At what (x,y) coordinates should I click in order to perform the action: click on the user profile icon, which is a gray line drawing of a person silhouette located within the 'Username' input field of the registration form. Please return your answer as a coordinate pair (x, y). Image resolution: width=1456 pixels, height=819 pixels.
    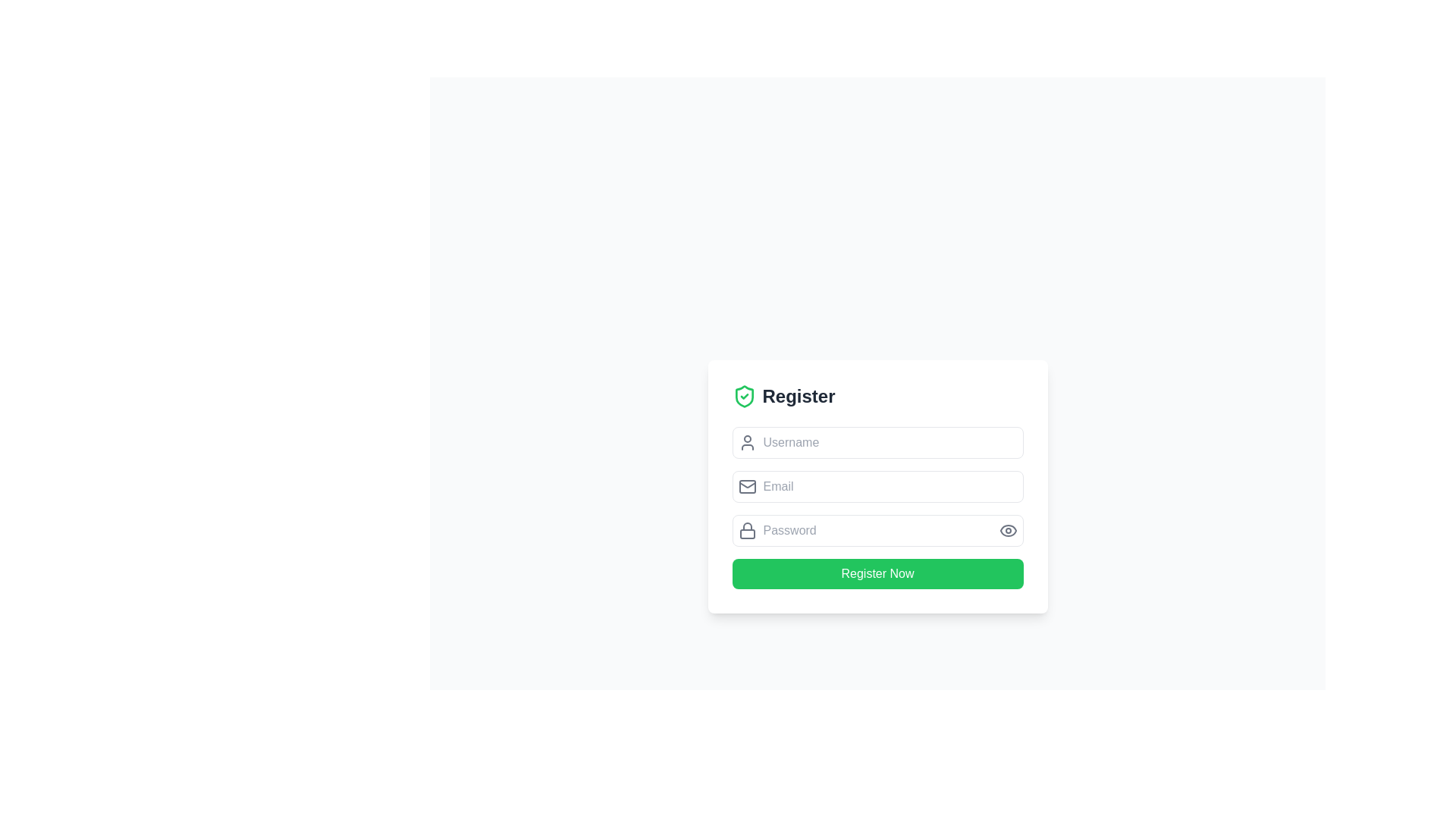
    Looking at the image, I should click on (747, 442).